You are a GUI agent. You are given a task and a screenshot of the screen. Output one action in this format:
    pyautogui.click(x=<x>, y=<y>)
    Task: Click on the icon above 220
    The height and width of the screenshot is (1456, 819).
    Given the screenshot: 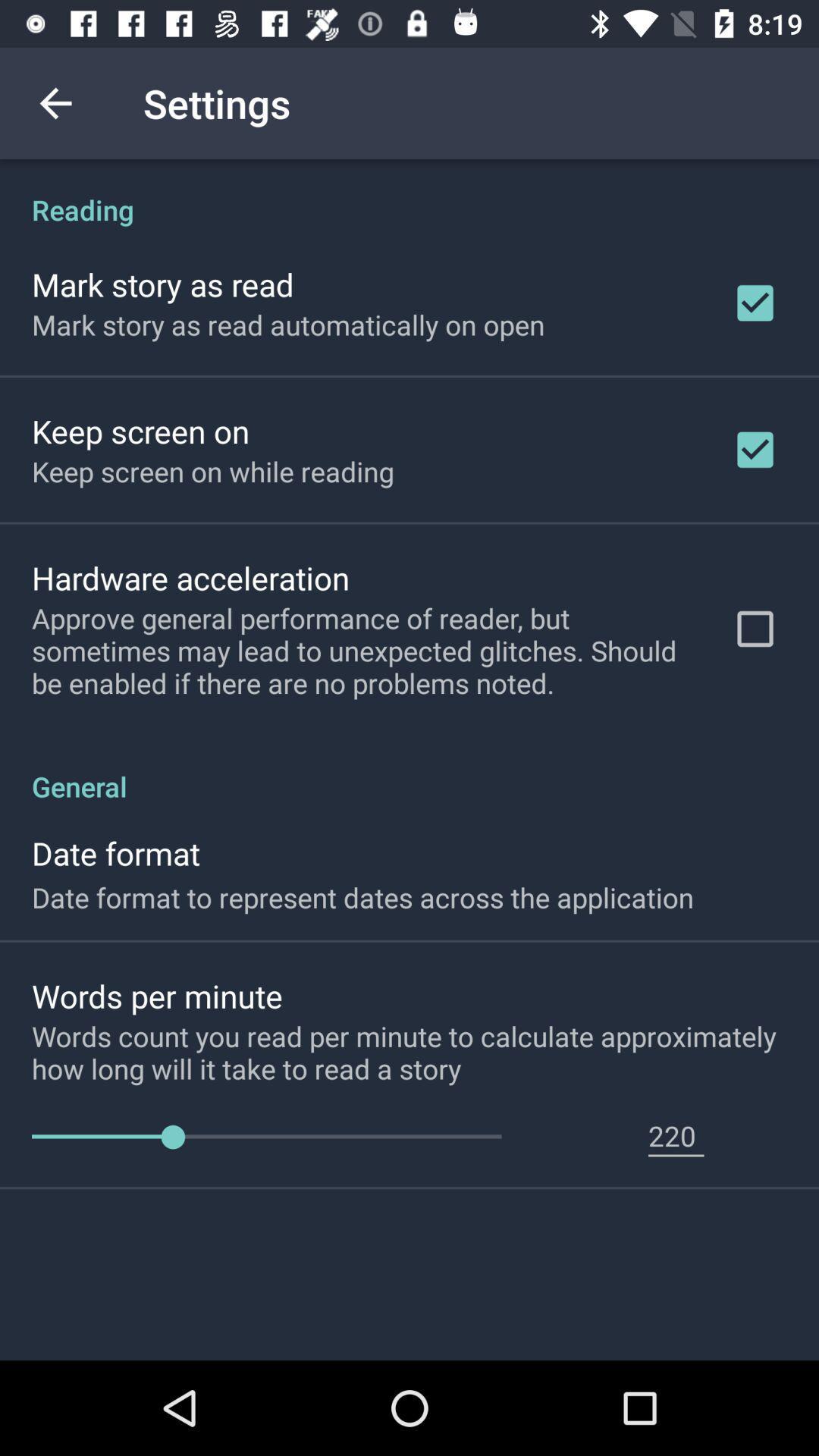 What is the action you would take?
    pyautogui.click(x=425, y=1051)
    